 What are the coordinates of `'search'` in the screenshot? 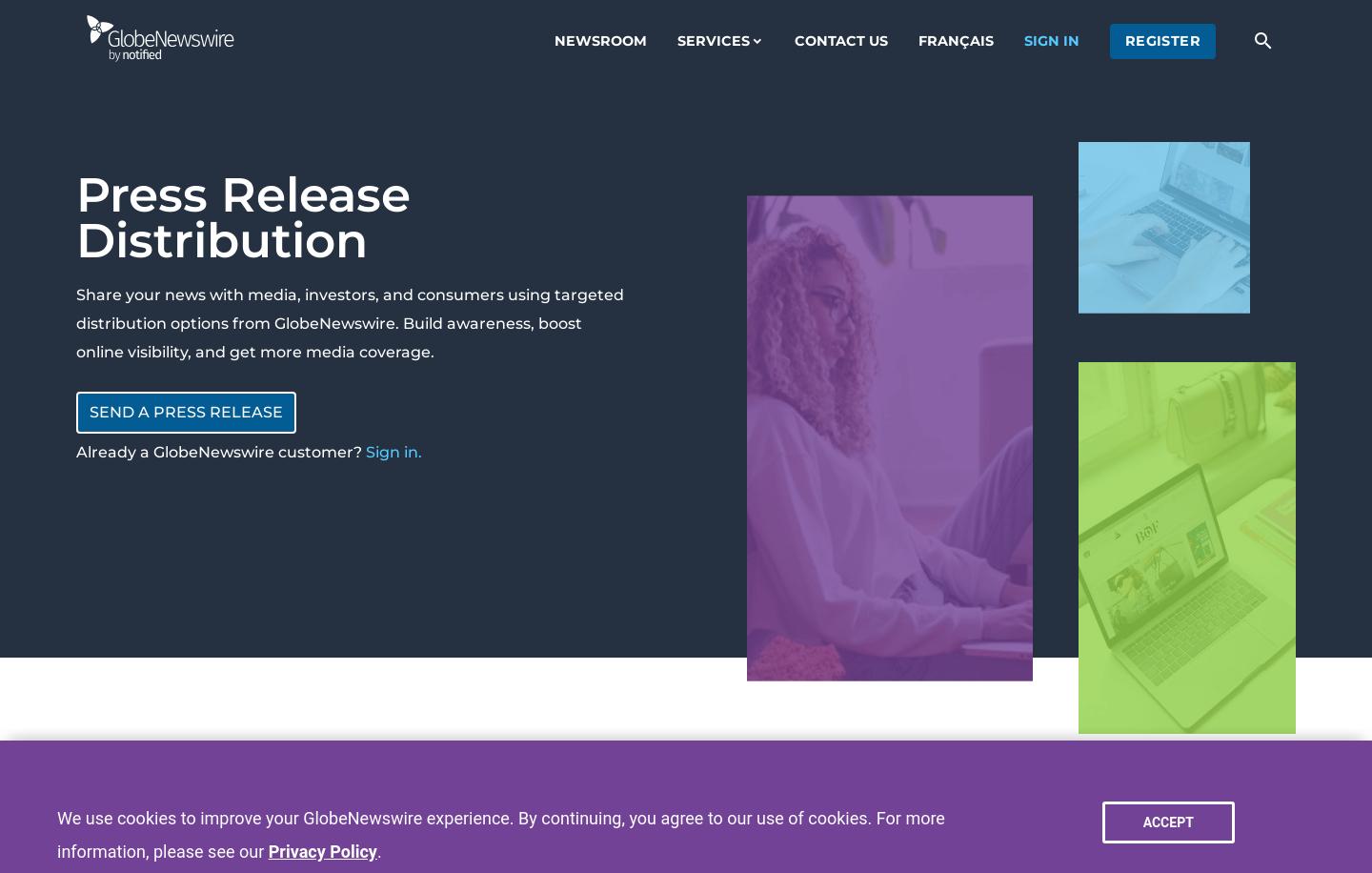 It's located at (1261, 40).